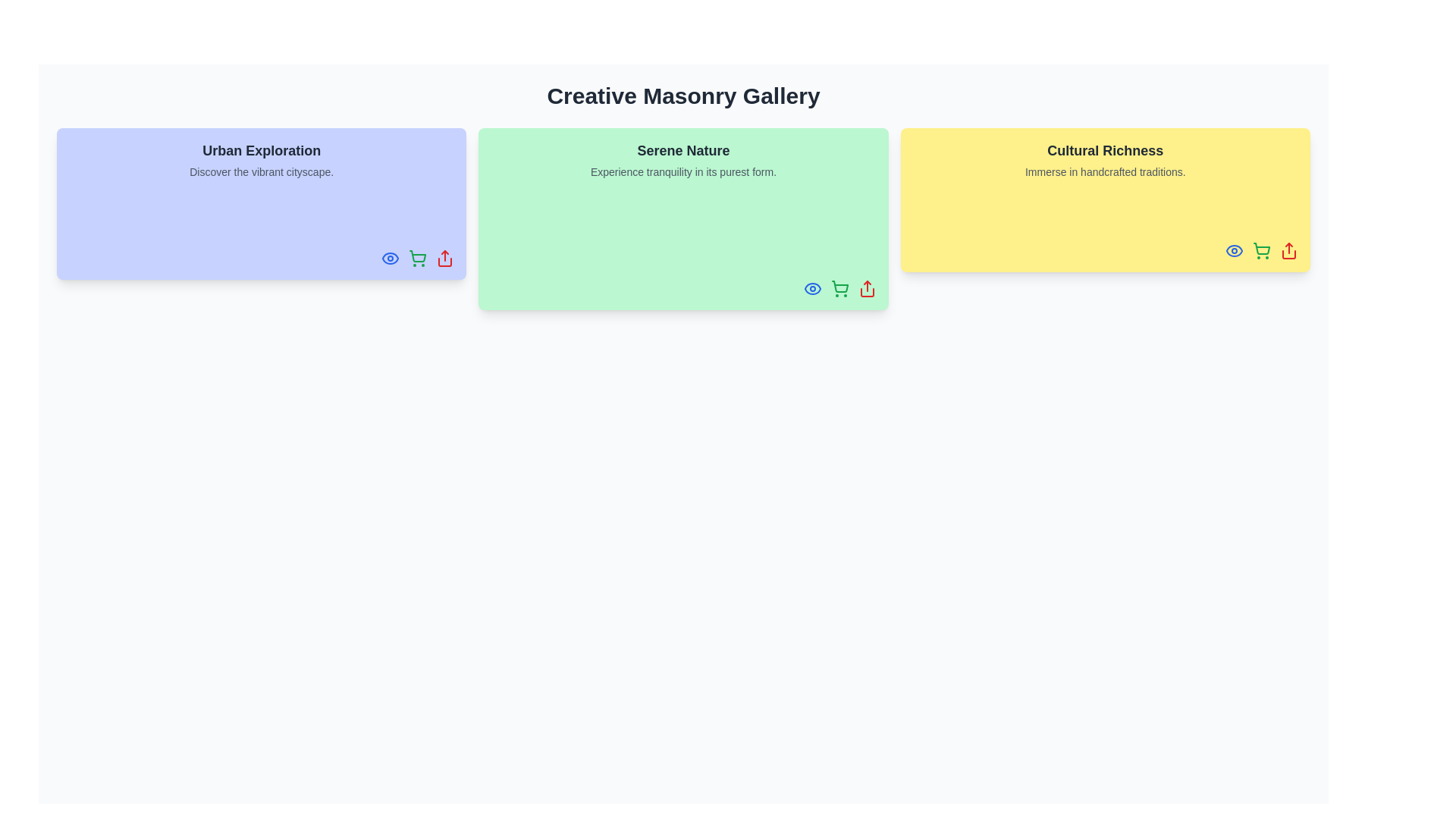 This screenshot has height=819, width=1456. Describe the element at coordinates (418, 256) in the screenshot. I see `the green shopping cart icon located in the lower-right corner of the blue card labeled 'Urban Exploration'` at that location.